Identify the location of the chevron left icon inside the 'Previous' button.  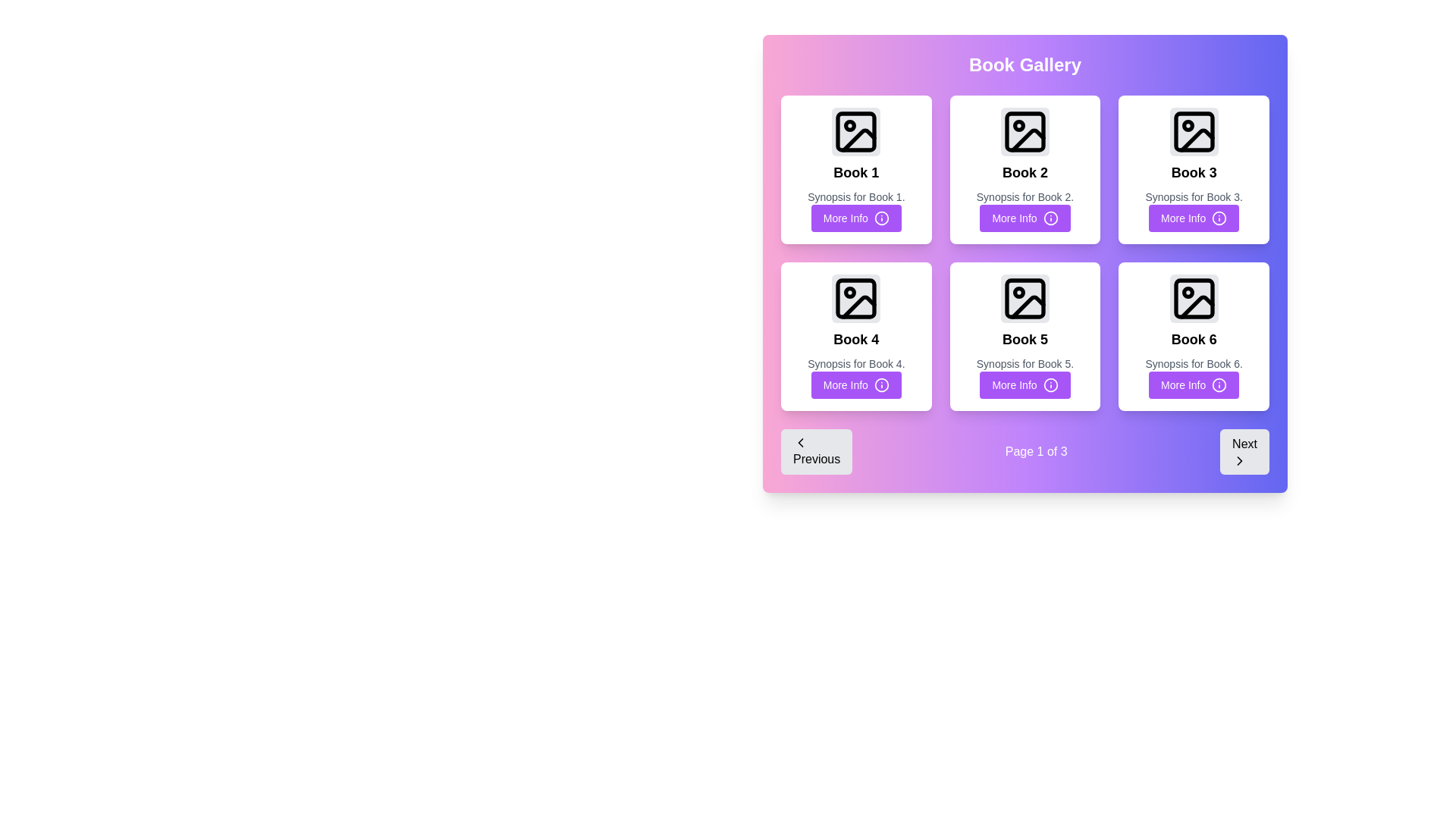
(800, 442).